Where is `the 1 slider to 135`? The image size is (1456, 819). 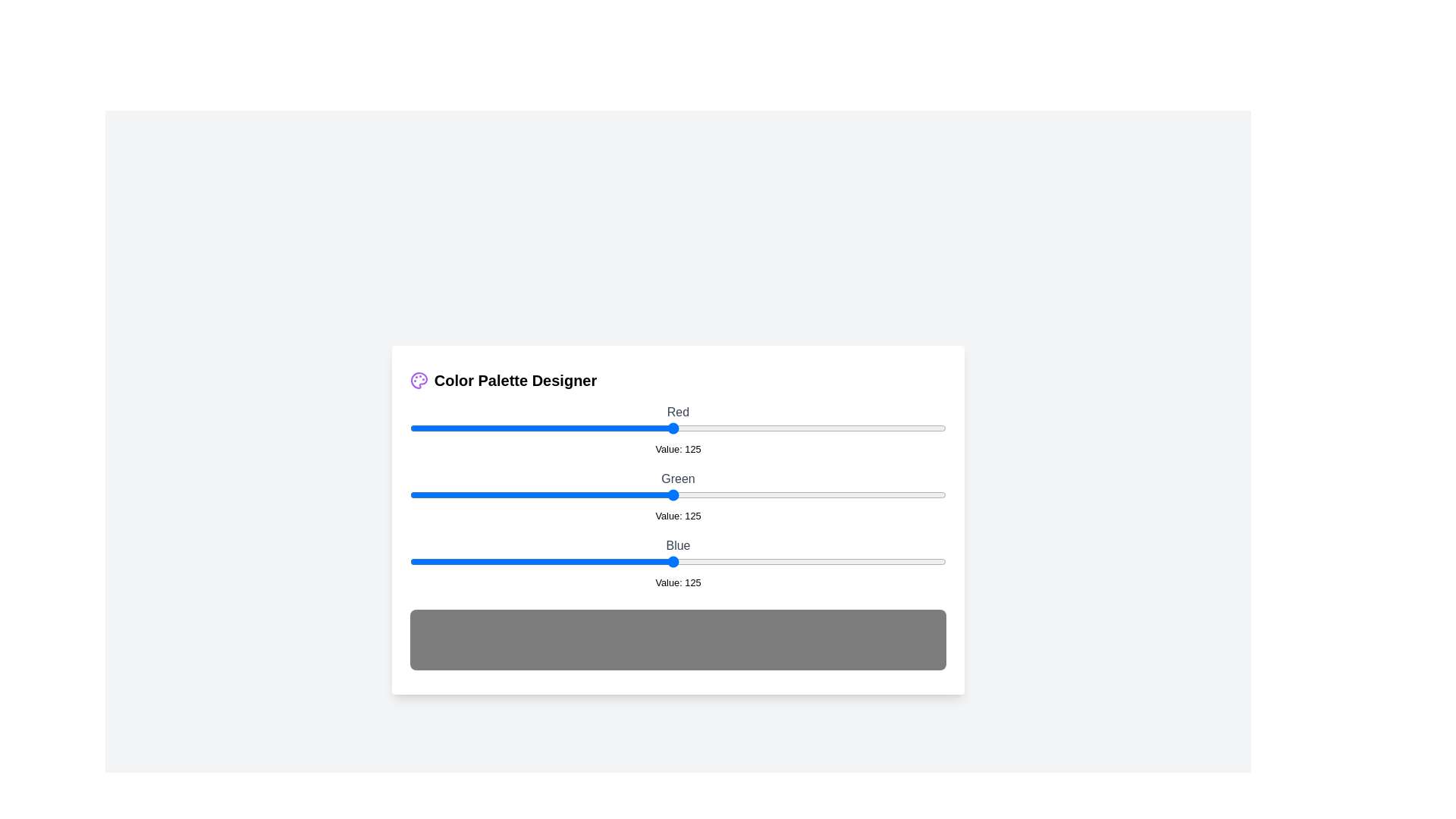
the 1 slider to 135 is located at coordinates (693, 494).